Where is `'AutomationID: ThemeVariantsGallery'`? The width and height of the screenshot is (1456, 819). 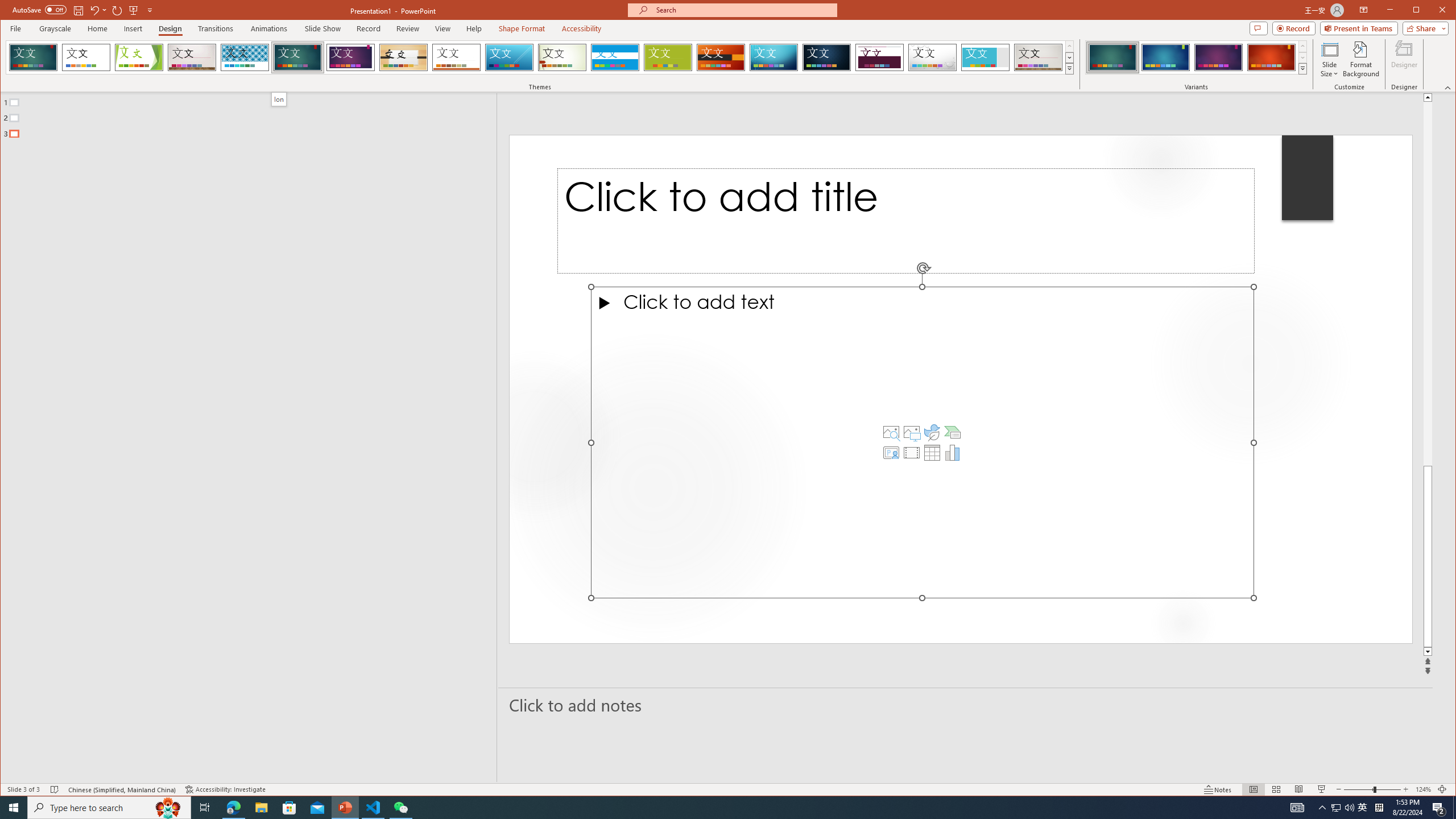
'AutomationID: ThemeVariantsGallery' is located at coordinates (1196, 56).